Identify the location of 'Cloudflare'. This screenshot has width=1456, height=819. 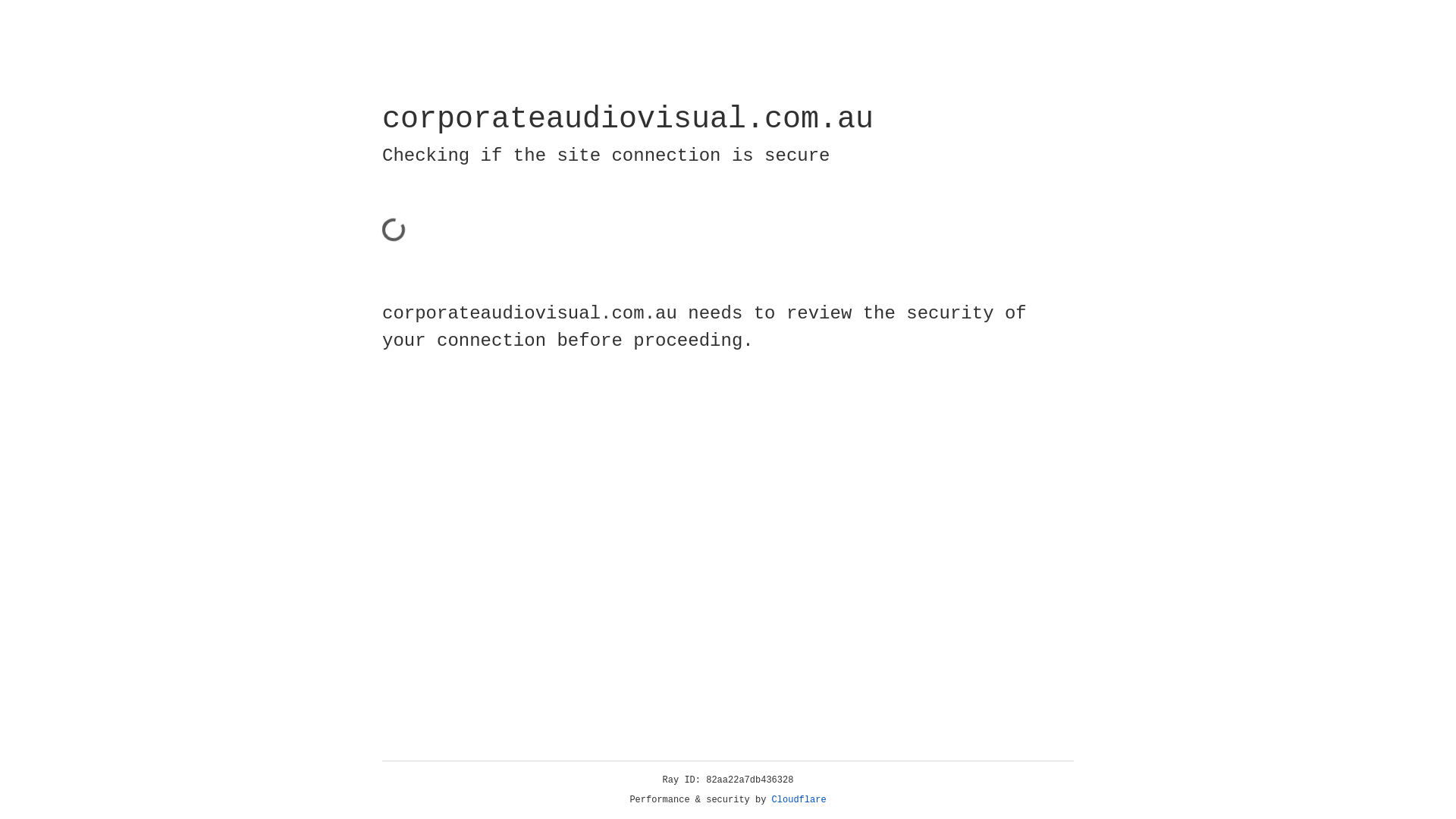
(799, 799).